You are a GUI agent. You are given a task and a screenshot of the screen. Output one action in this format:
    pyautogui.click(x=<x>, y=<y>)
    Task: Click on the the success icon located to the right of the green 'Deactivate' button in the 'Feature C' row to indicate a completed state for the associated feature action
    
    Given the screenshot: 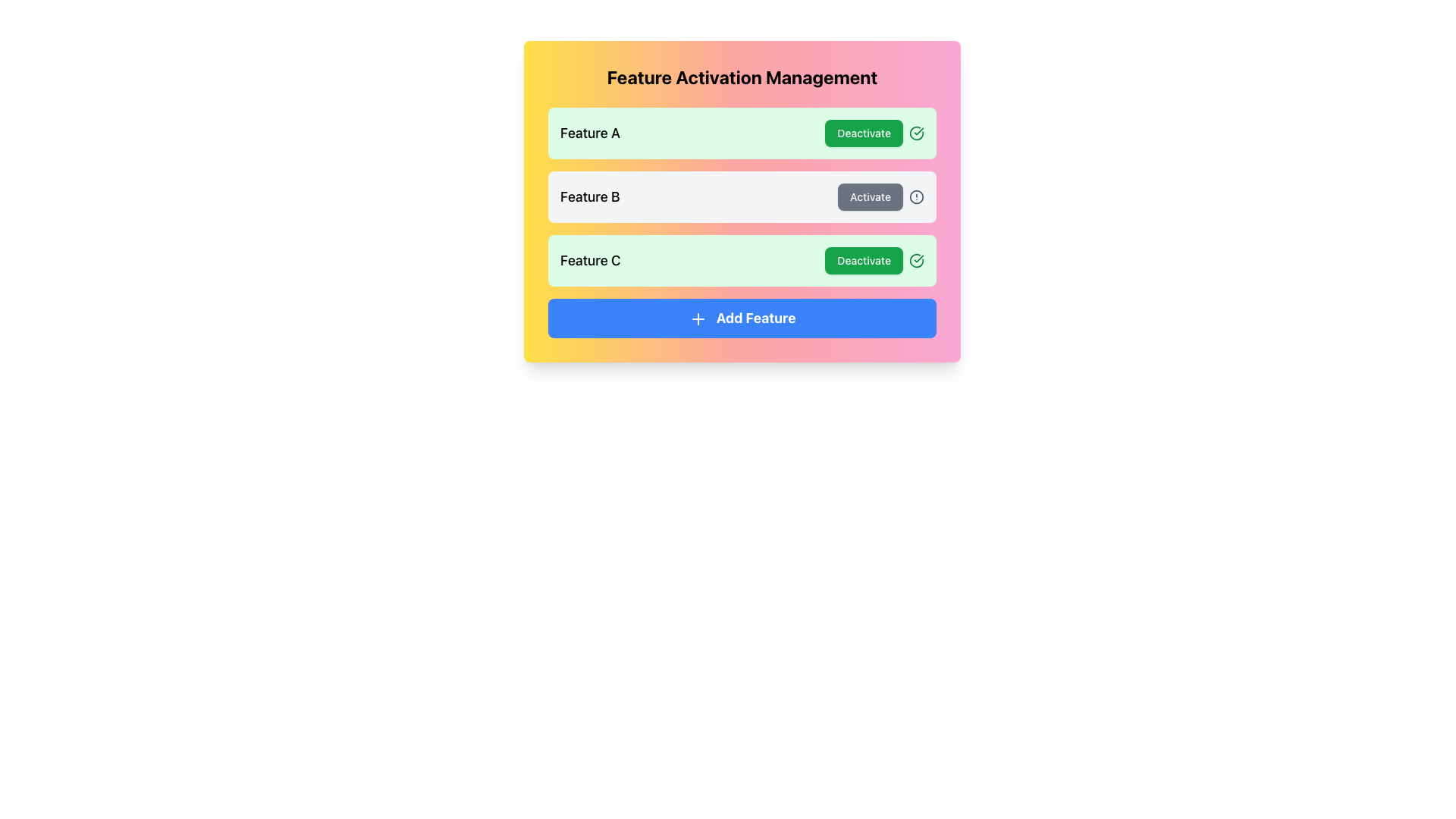 What is the action you would take?
    pyautogui.click(x=916, y=259)
    